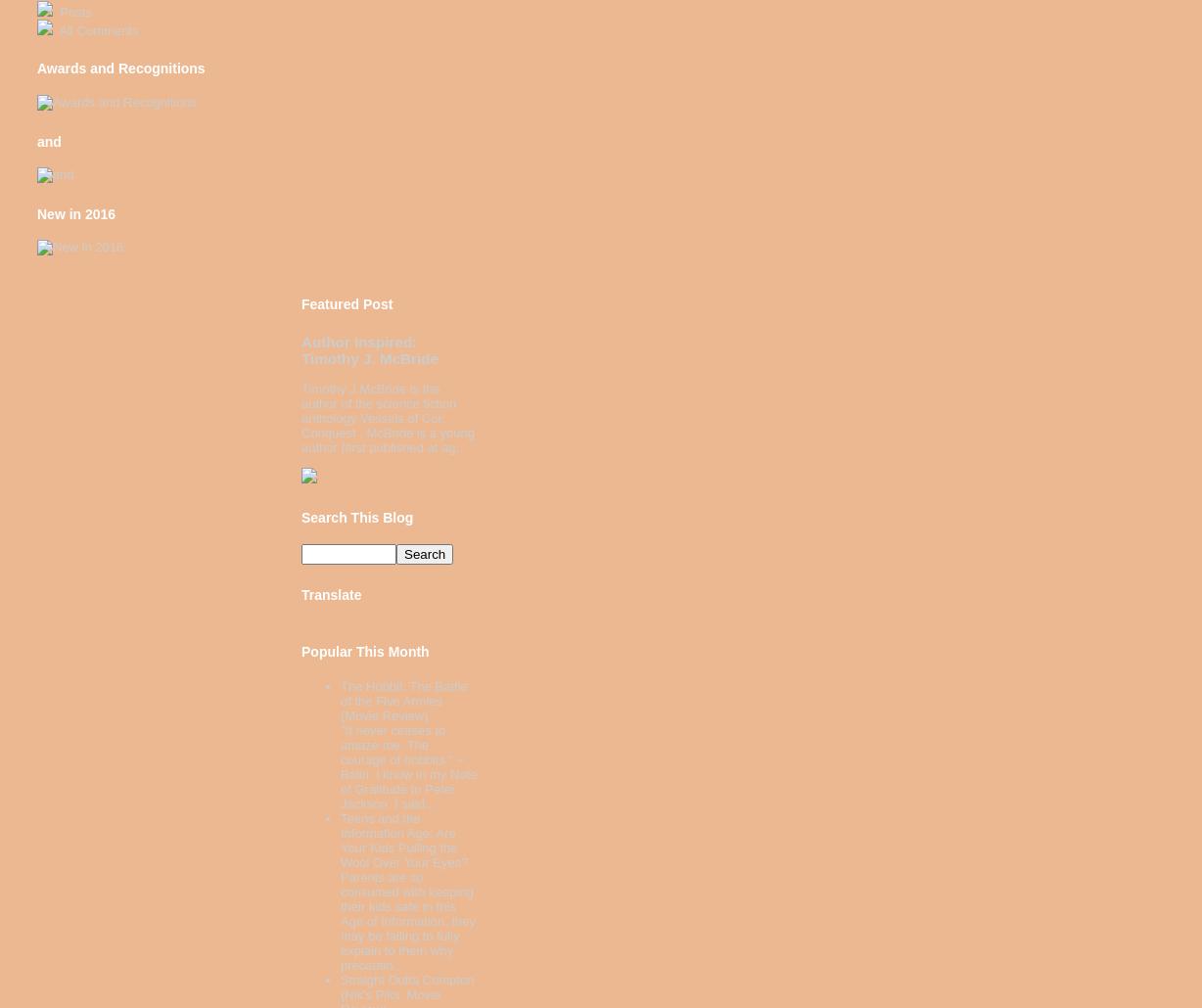 Image resolution: width=1202 pixels, height=1008 pixels. Describe the element at coordinates (356, 516) in the screenshot. I see `'Search This Blog'` at that location.